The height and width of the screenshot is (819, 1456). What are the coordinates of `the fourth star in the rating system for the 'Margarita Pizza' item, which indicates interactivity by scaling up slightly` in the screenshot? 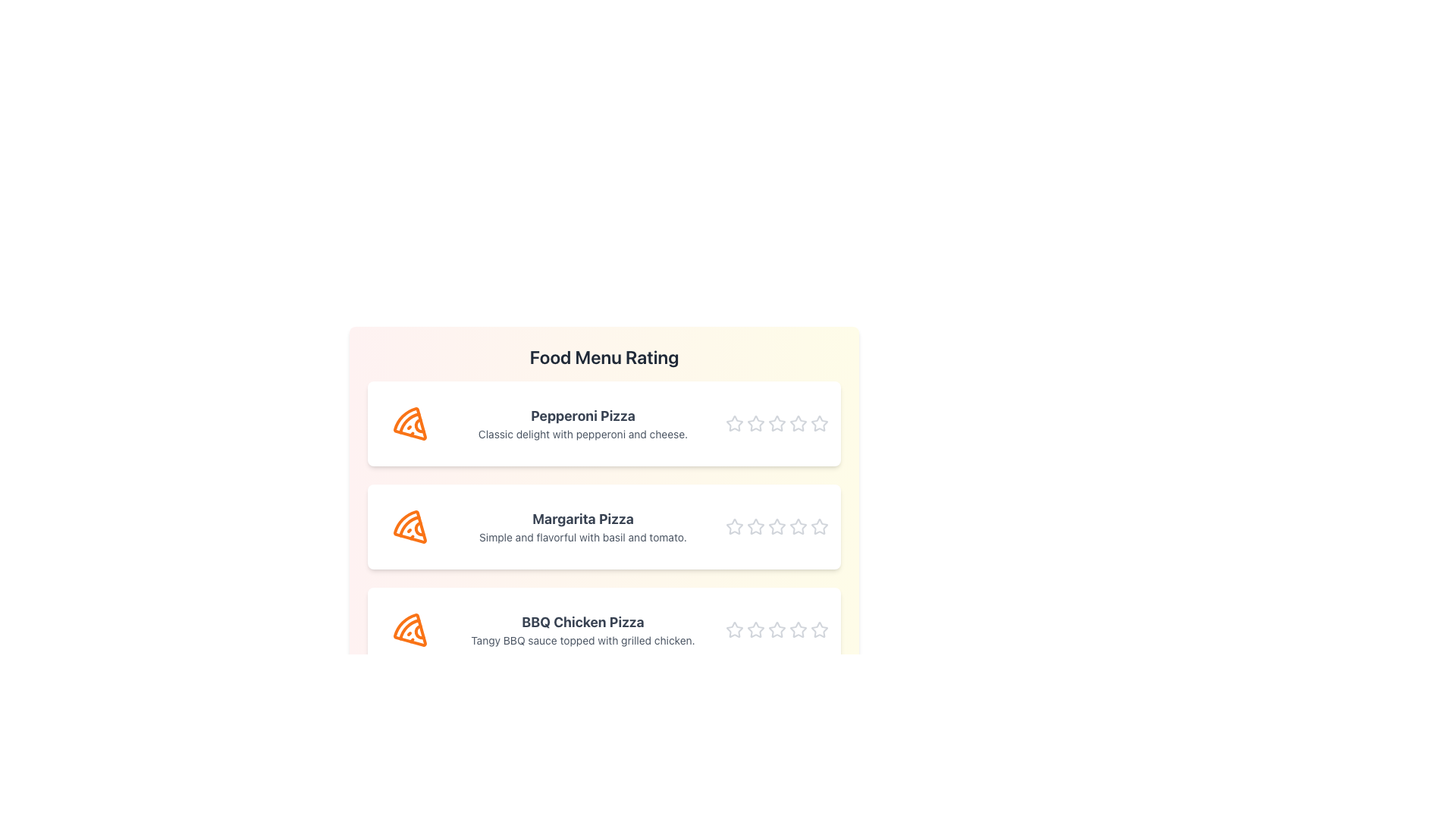 It's located at (797, 526).